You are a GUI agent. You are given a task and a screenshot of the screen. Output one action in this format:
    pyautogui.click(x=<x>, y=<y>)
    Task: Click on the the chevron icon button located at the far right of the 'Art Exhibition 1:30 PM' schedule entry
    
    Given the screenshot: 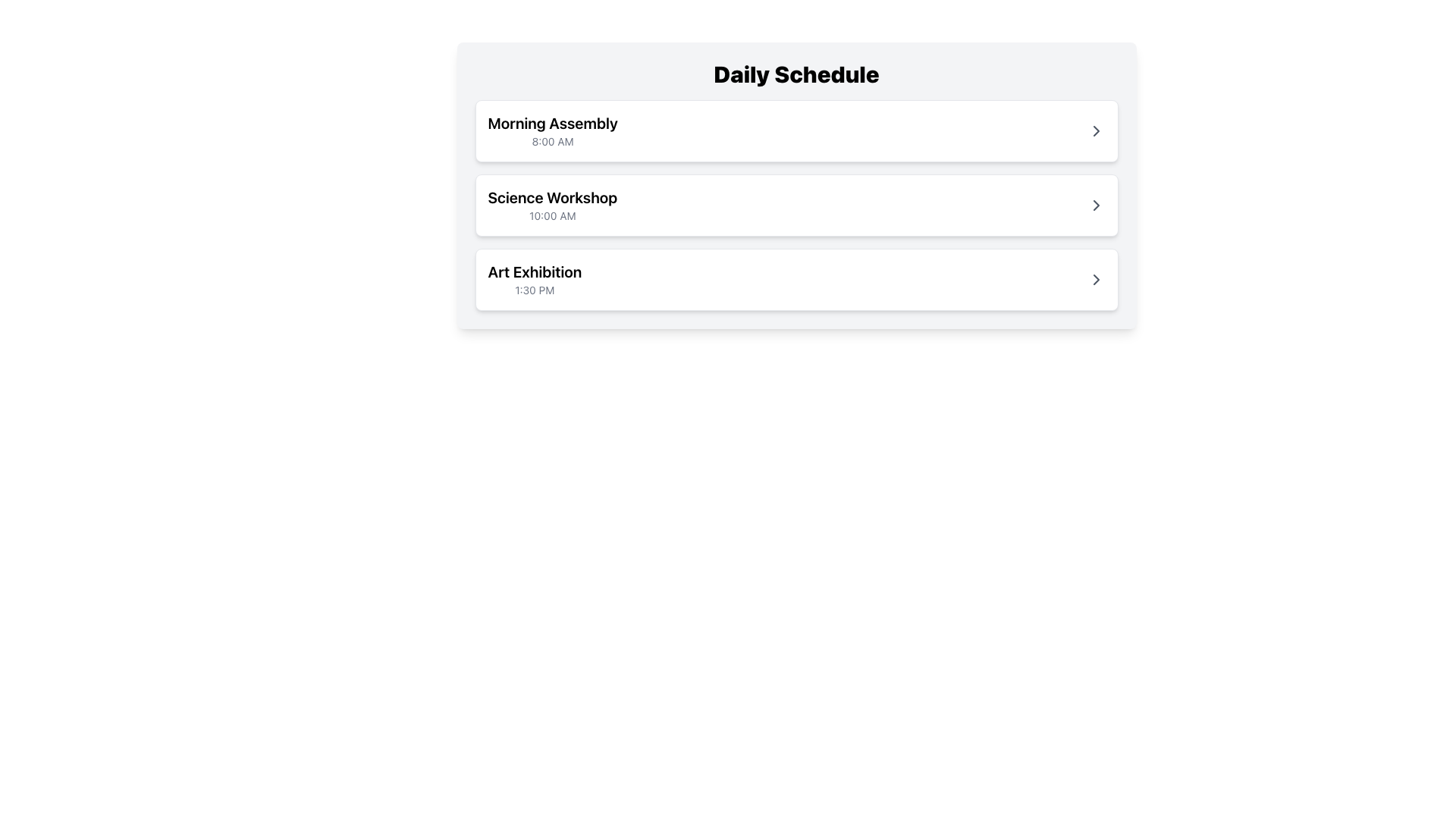 What is the action you would take?
    pyautogui.click(x=1096, y=280)
    